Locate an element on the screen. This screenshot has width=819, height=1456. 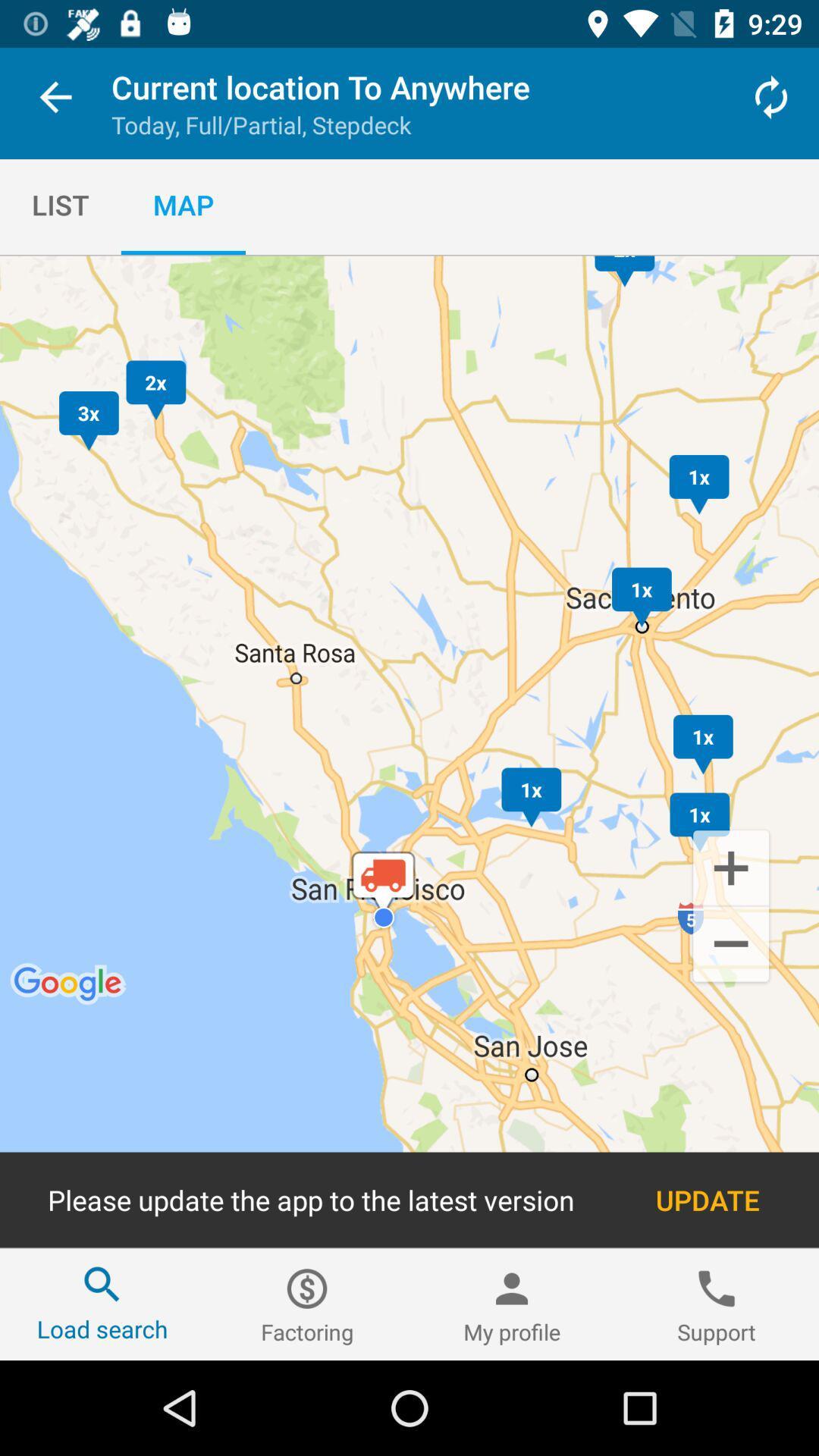
the item next to the current location to icon is located at coordinates (55, 99).